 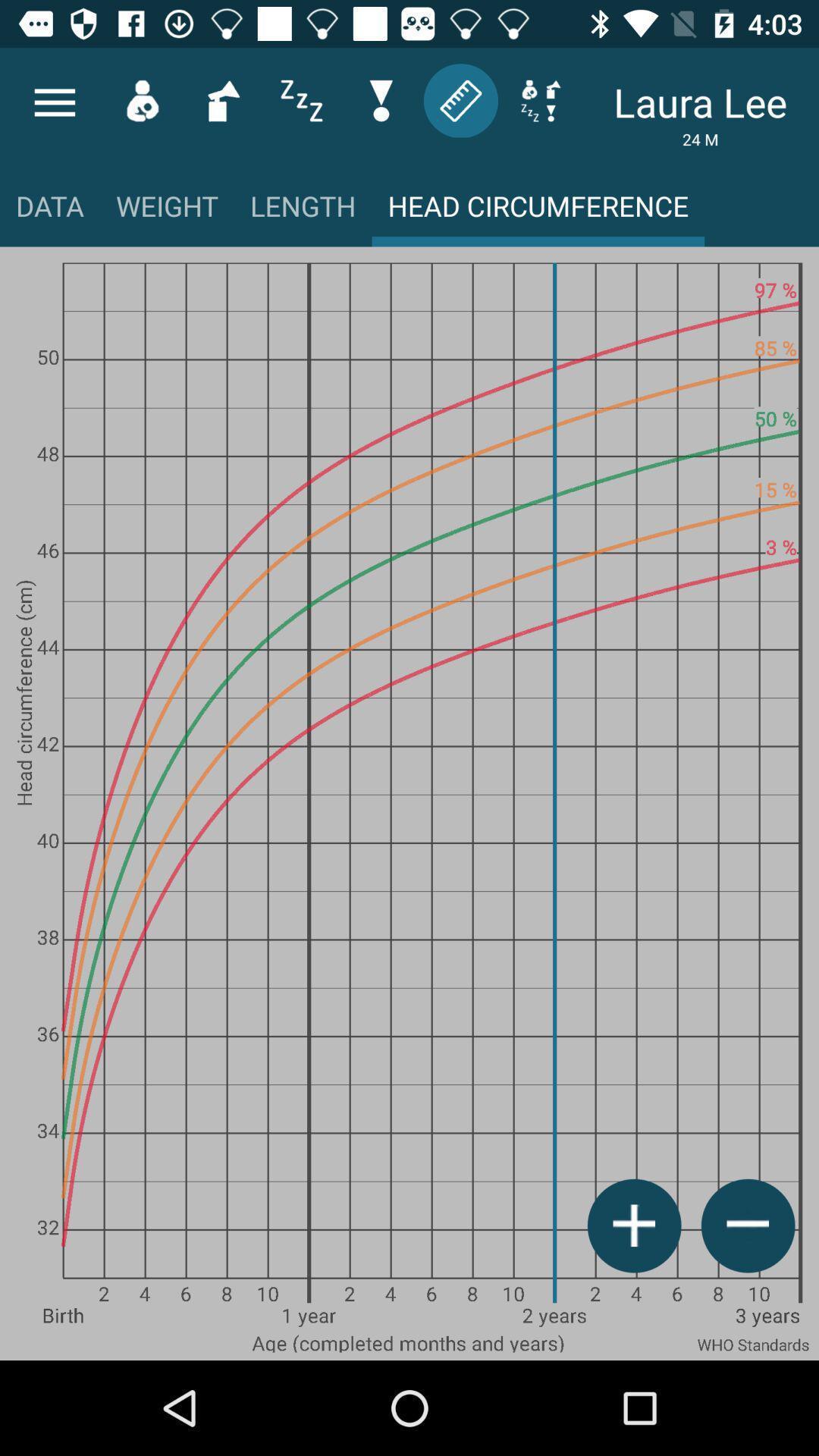 I want to click on the icon which is towards right side to the more  option, so click(x=143, y=100).